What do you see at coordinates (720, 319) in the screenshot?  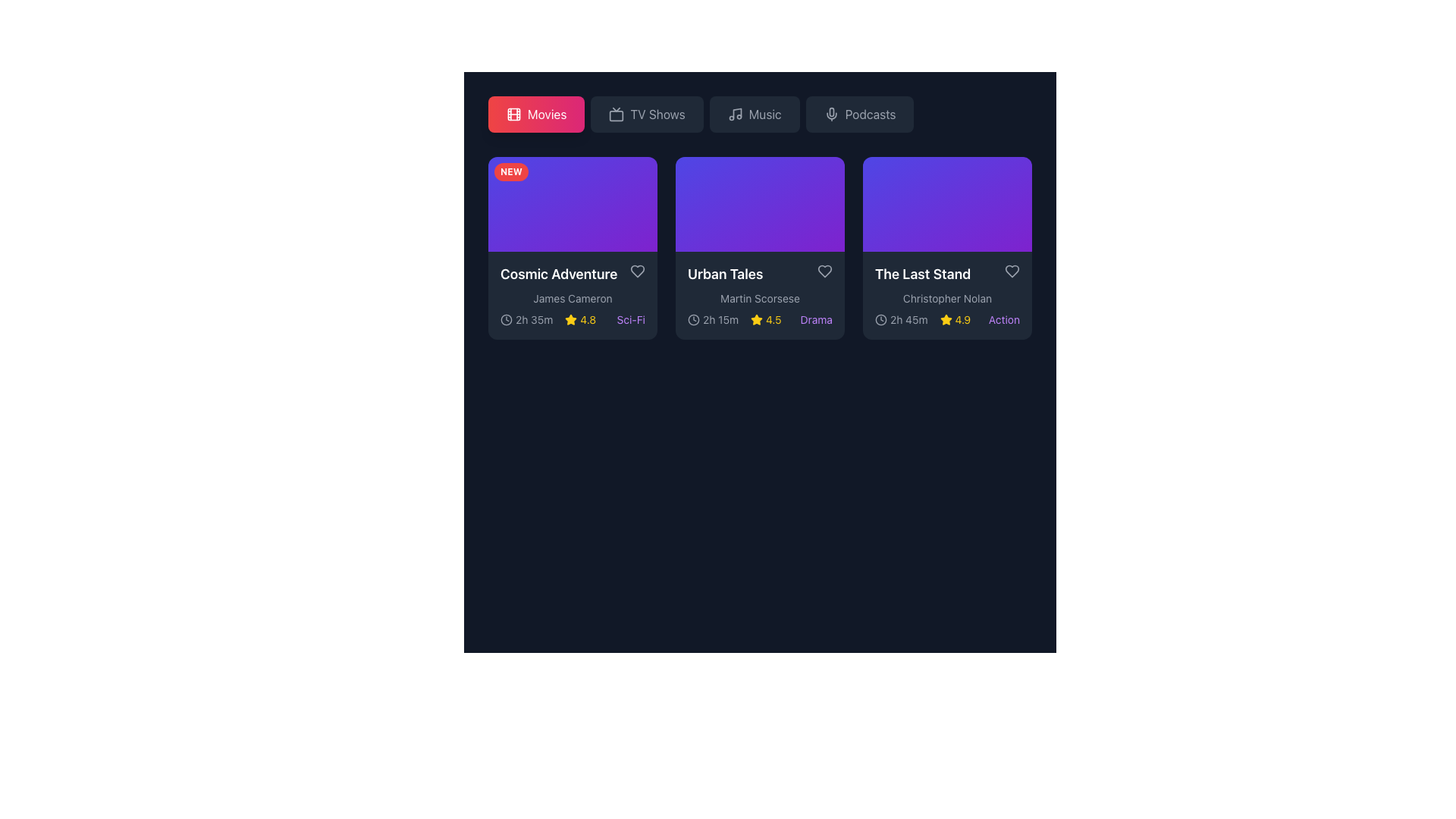 I see `the text label displaying the duration of the movie located in the bottom-left corner of the middle card in a horizontally aligned set of cards` at bounding box center [720, 319].